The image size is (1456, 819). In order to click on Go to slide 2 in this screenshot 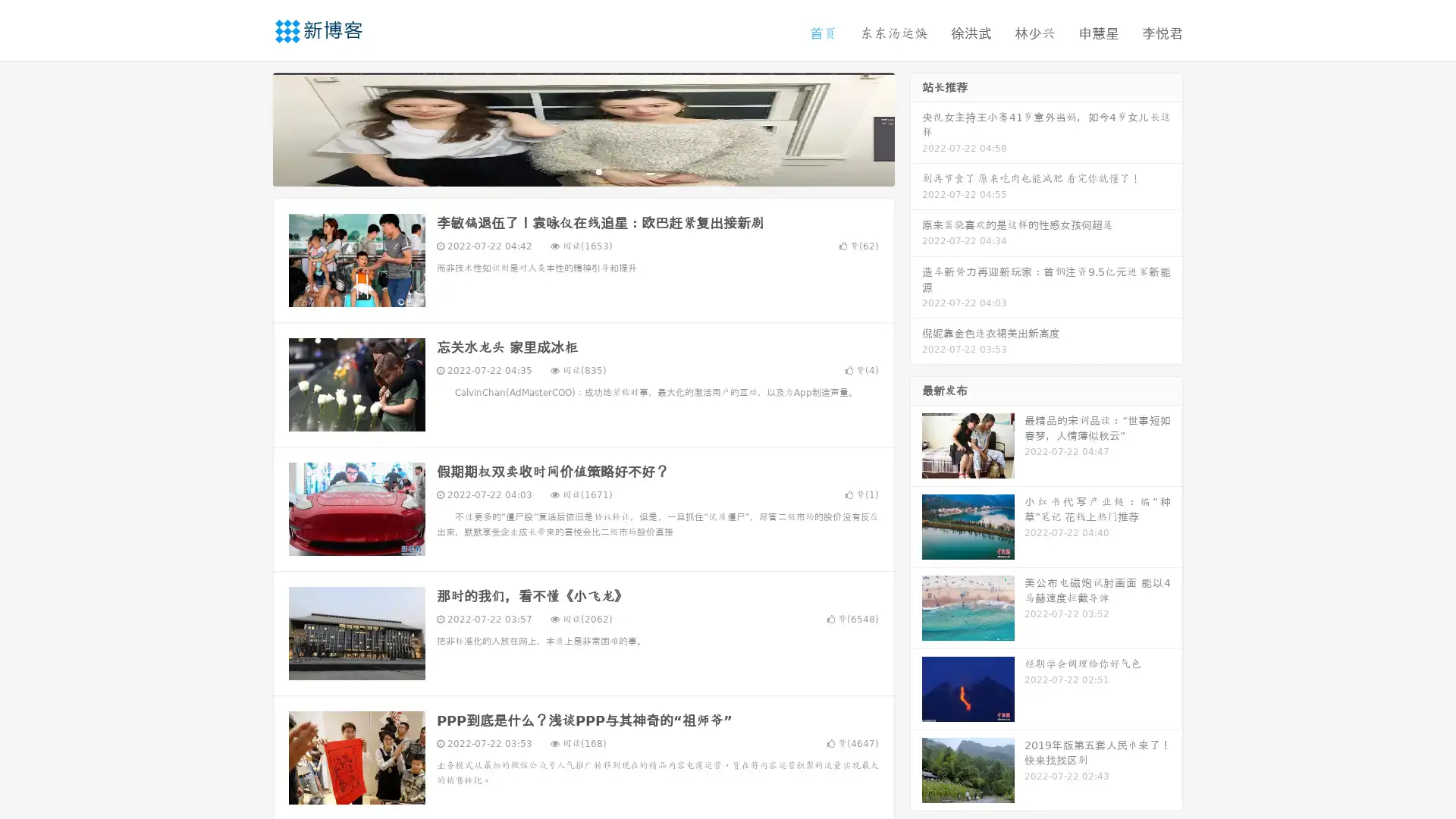, I will do `click(582, 171)`.